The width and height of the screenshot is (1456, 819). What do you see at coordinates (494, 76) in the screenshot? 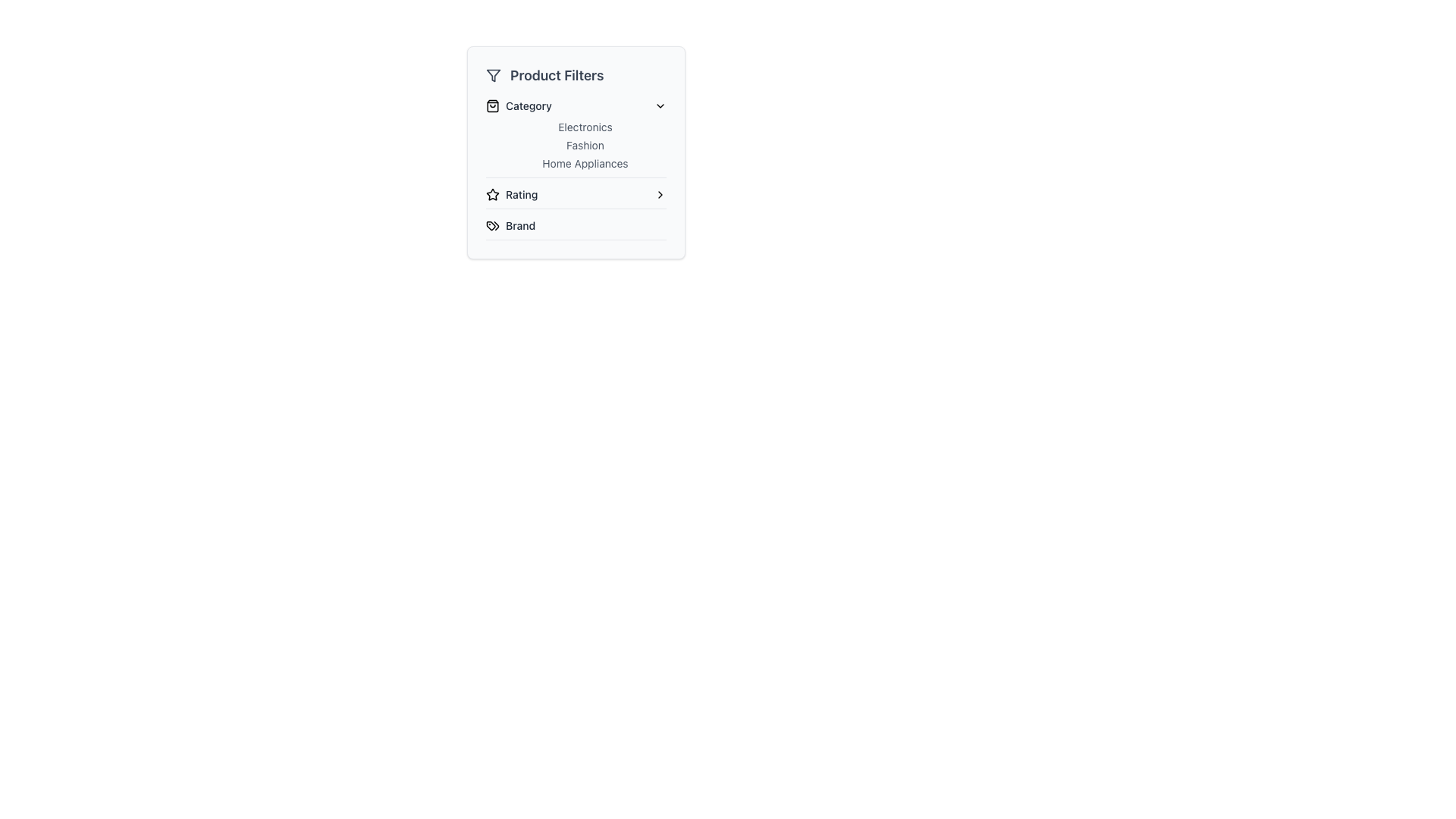
I see `the filter icon located at the top-left corner of the 'Product Filters' section in the left panel` at bounding box center [494, 76].